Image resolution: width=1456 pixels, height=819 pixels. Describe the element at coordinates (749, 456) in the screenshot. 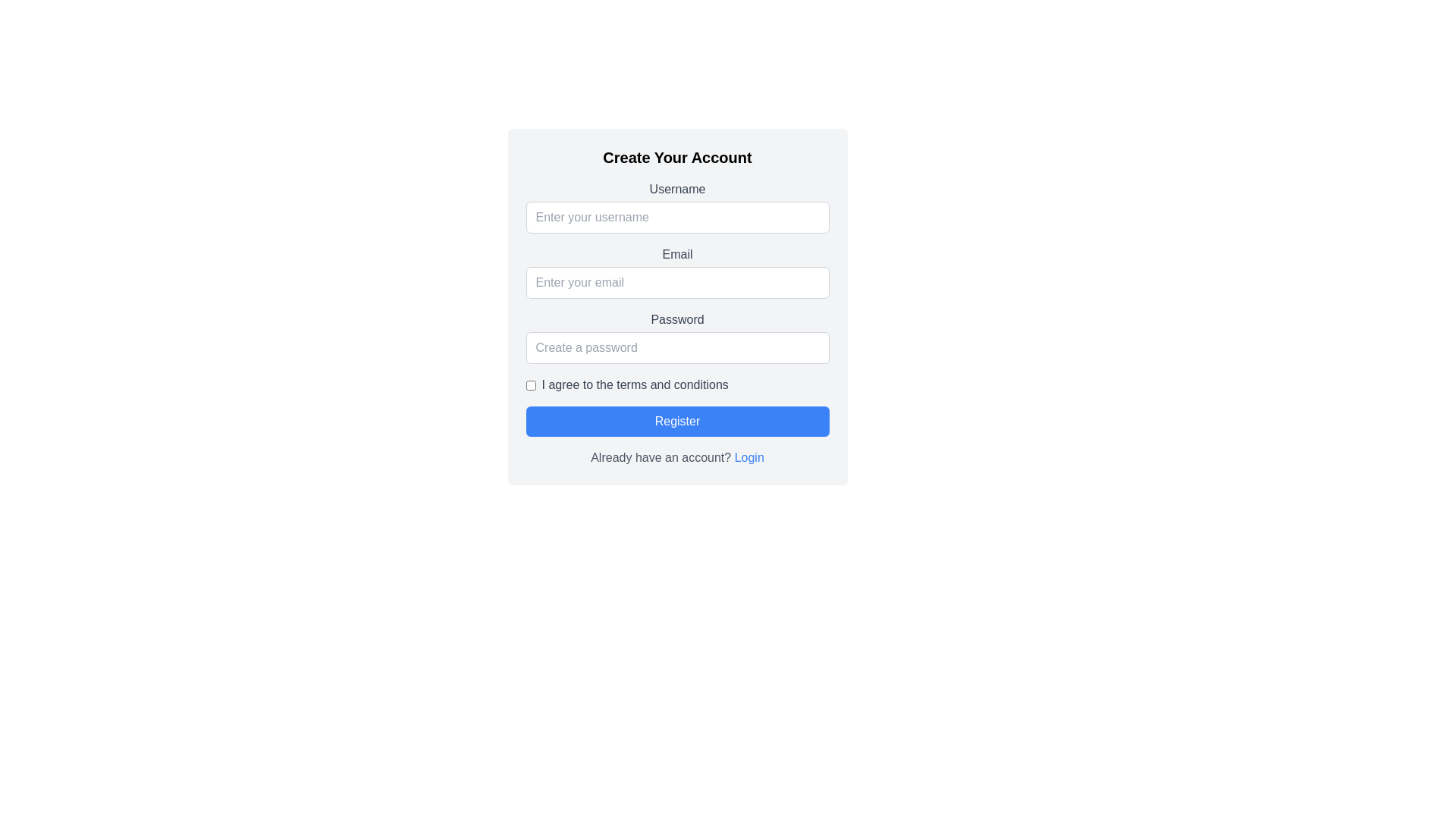

I see `the hyperlink that navigates to the login page, positioned at the end of the sentence 'Already have an account?'` at that location.